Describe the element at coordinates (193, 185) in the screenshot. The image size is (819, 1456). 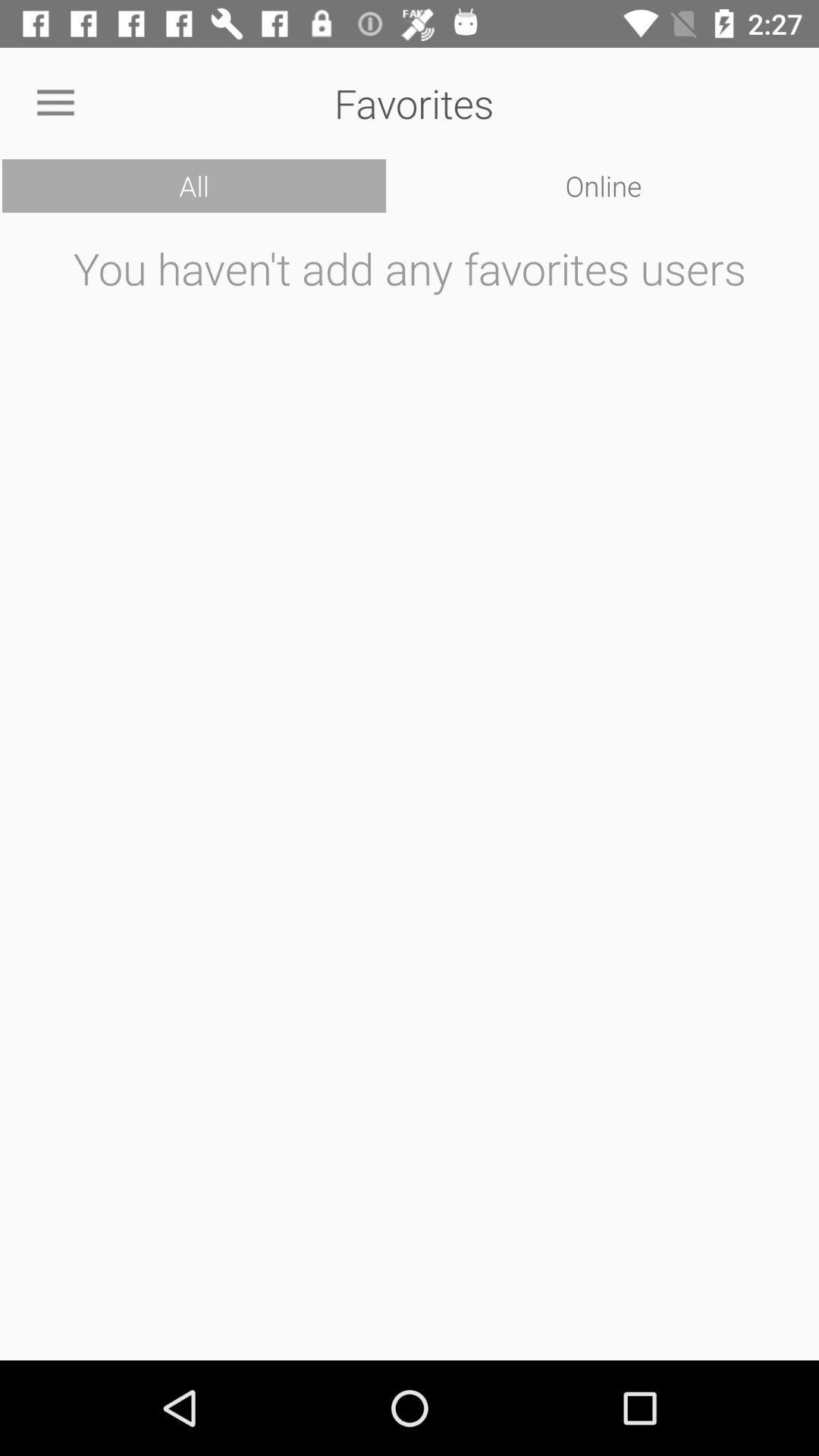
I see `item to the left of online icon` at that location.